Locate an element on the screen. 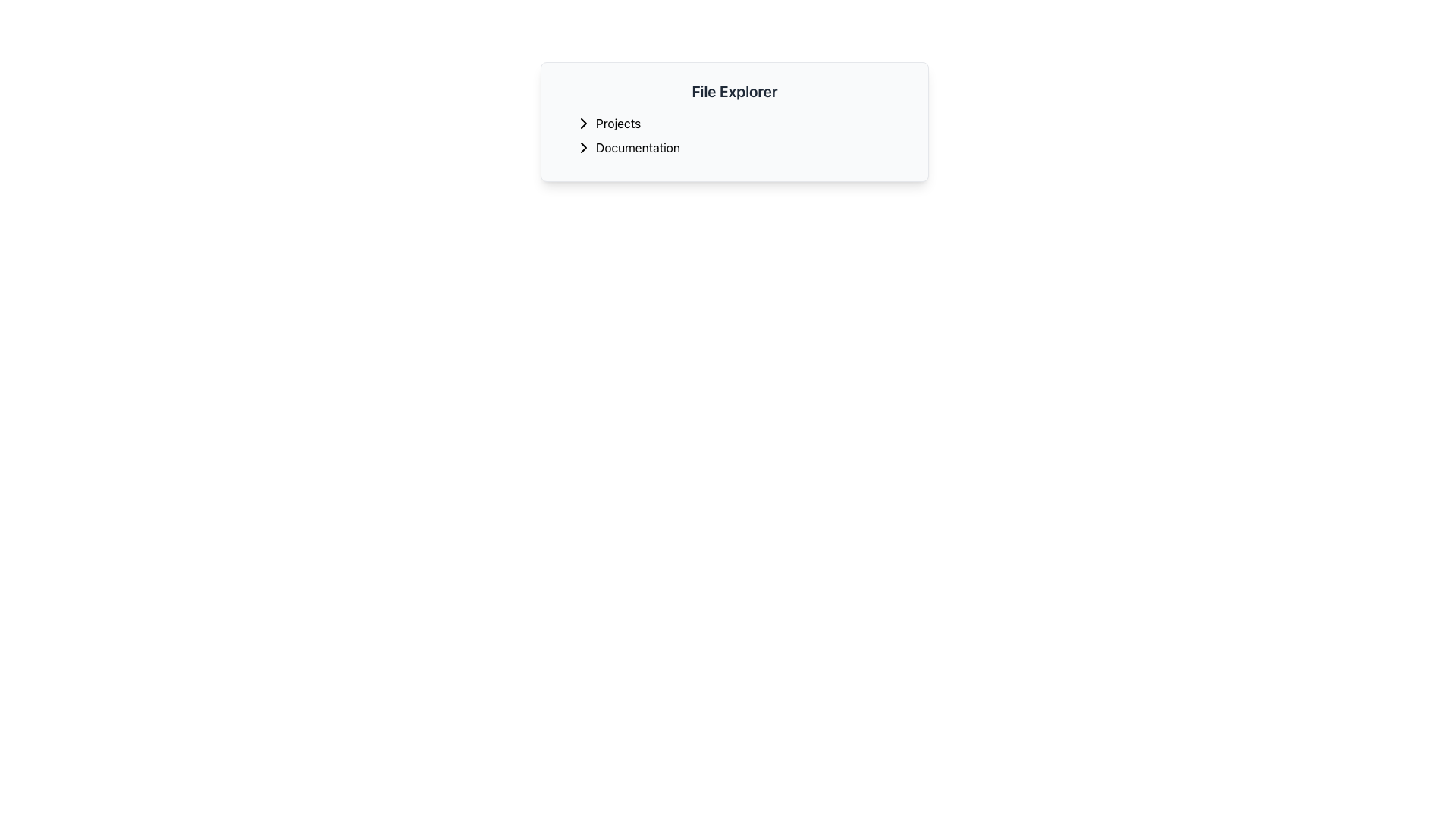 The height and width of the screenshot is (819, 1456). the 'Documentation' clickable list item, which is the second item is located at coordinates (742, 148).